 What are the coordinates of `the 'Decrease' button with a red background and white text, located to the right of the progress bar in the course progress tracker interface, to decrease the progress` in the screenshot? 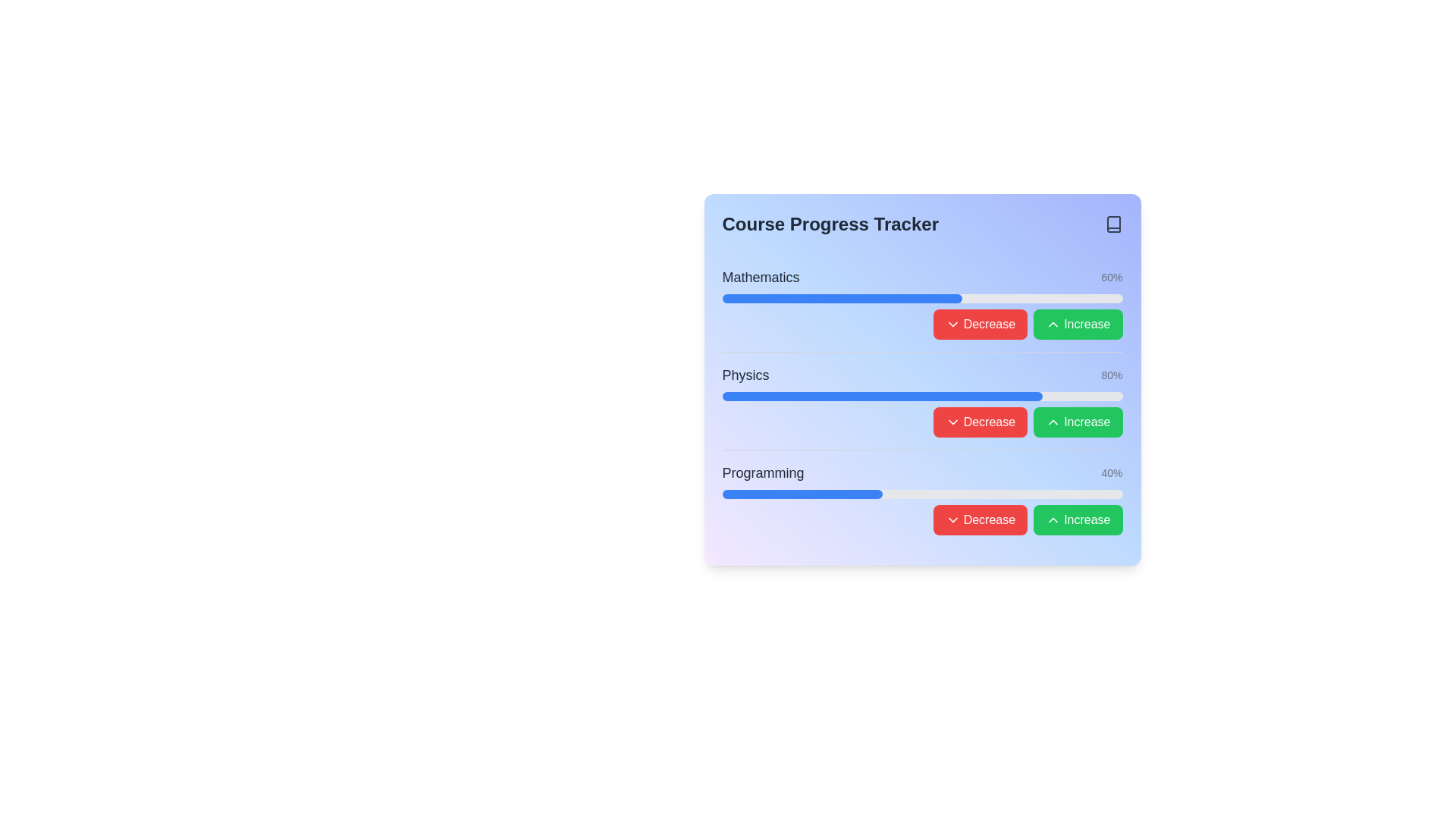 It's located at (979, 519).